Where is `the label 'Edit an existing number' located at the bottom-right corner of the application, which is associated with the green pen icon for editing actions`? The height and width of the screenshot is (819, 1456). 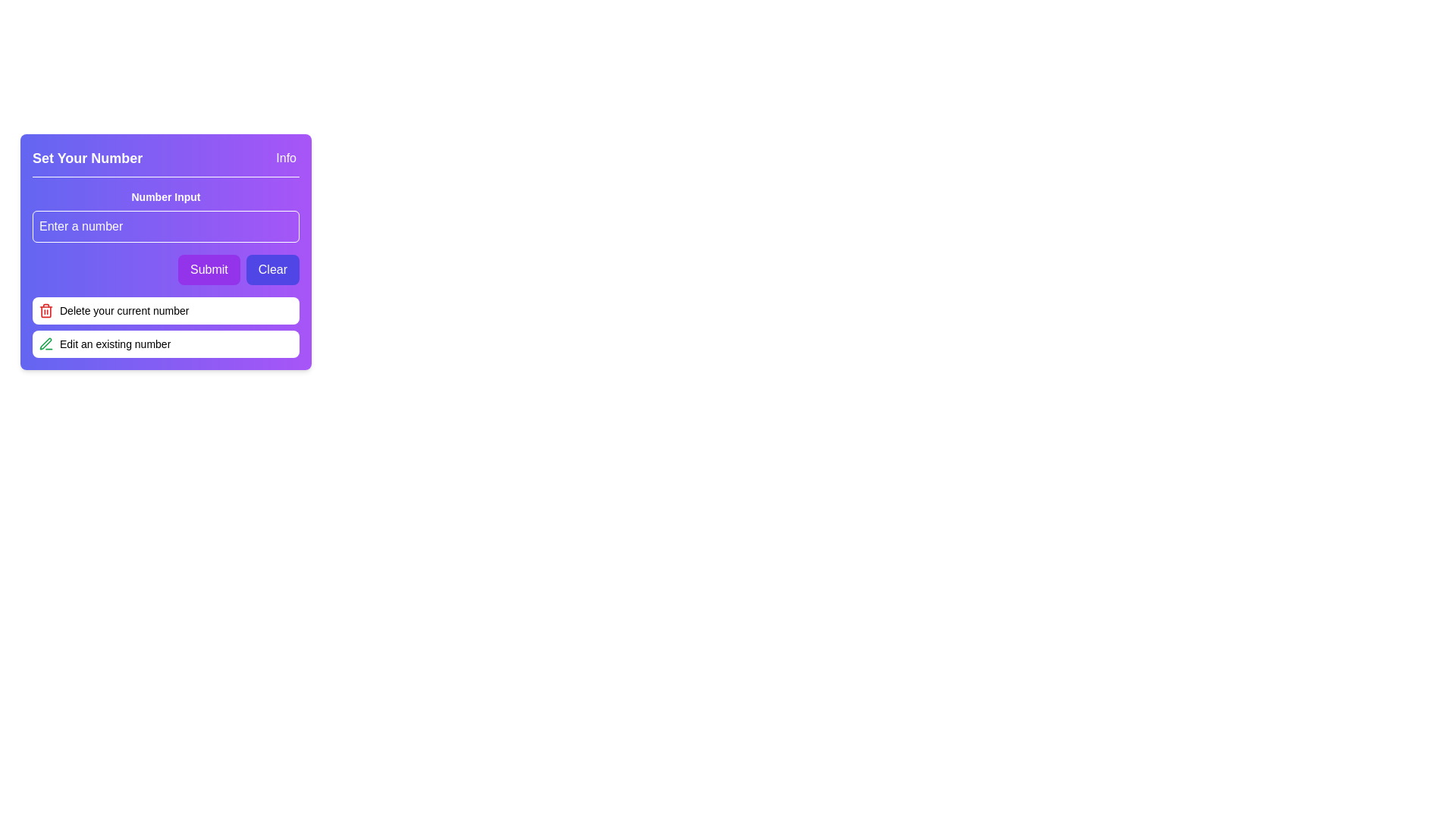 the label 'Edit an existing number' located at the bottom-right corner of the application, which is associated with the green pen icon for editing actions is located at coordinates (115, 344).